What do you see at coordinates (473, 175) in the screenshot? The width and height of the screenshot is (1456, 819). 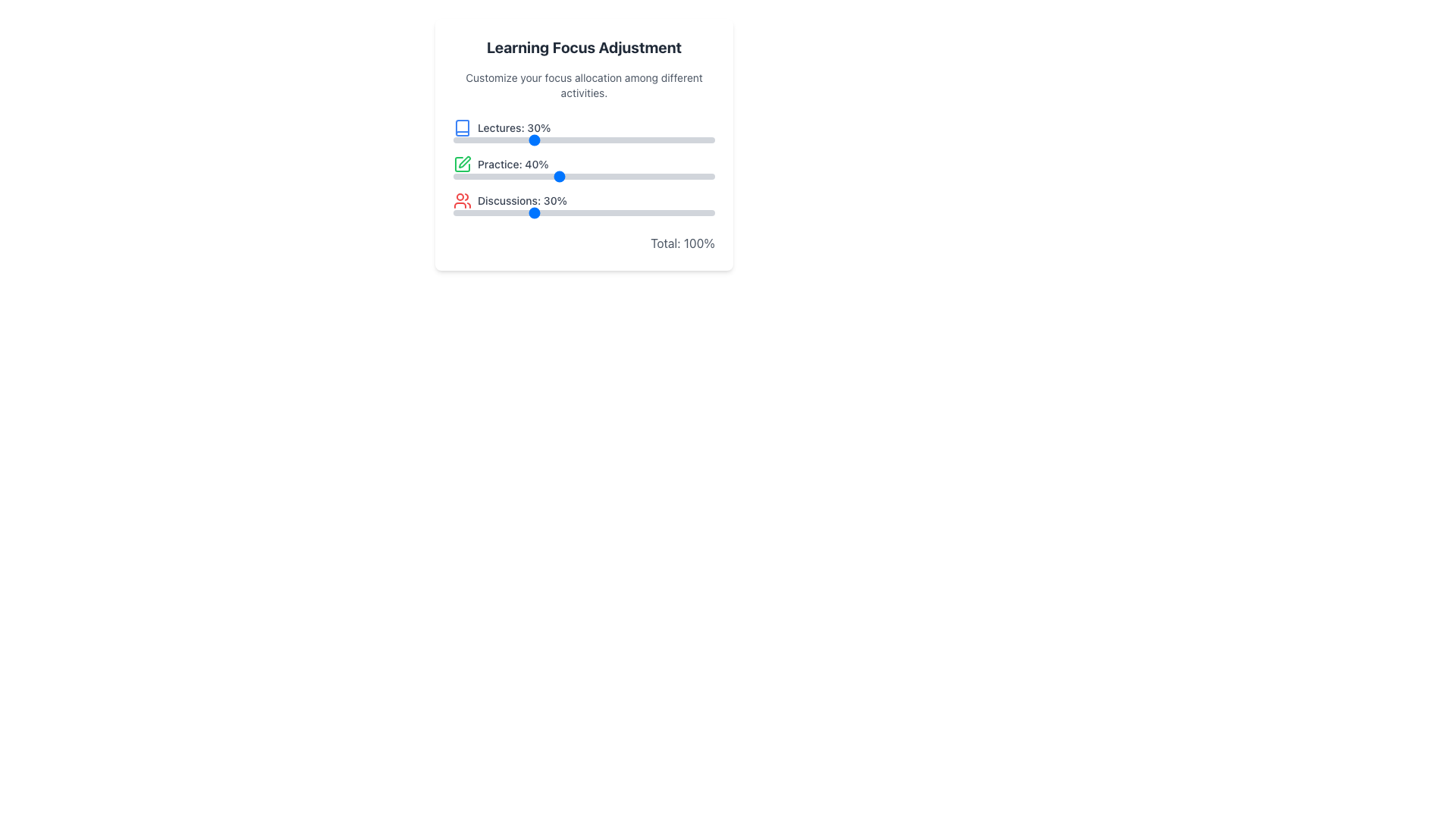 I see `the 'Practice' slider` at bounding box center [473, 175].